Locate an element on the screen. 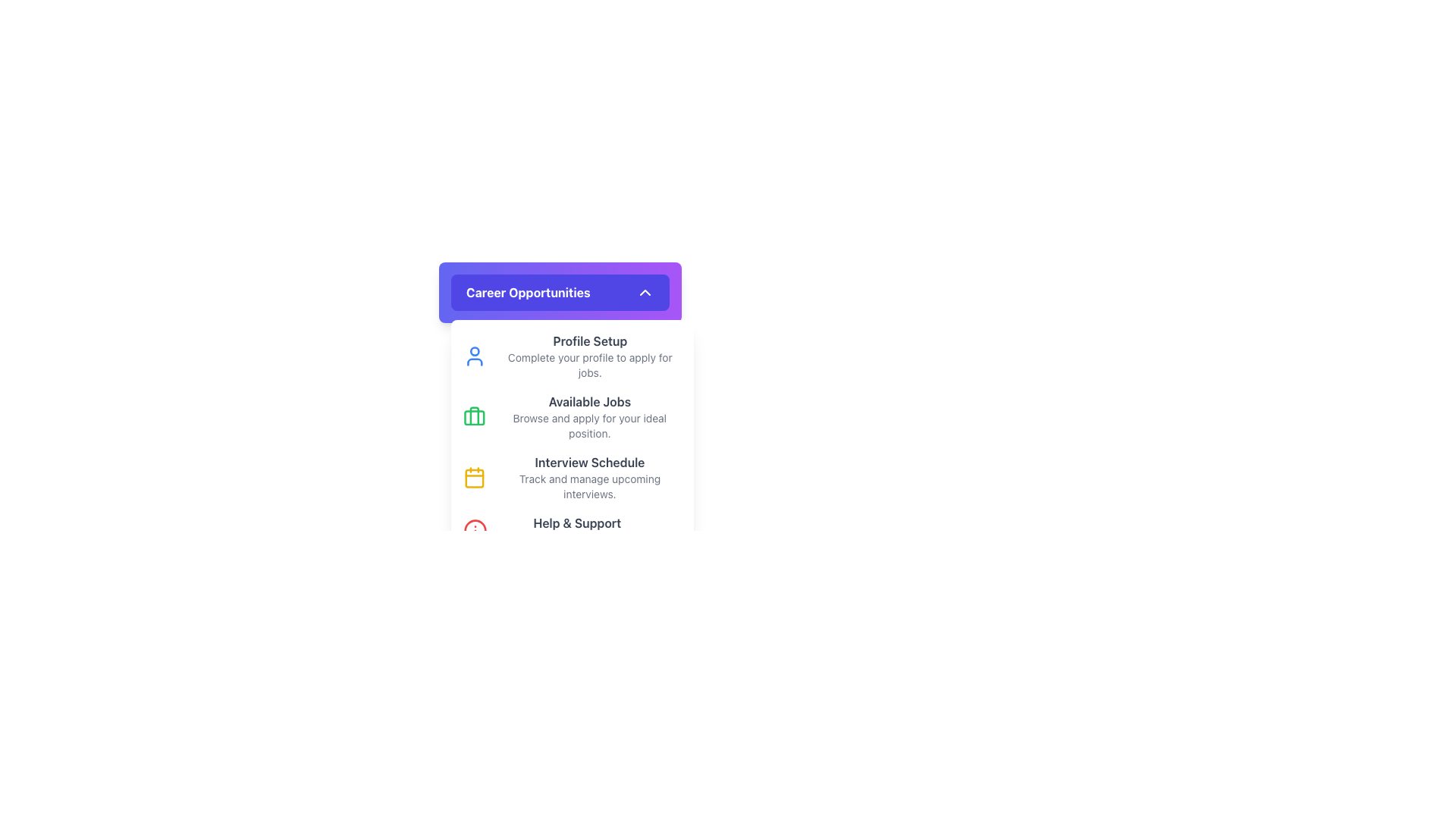  the 'Career Opportunities' dropdown header, which features a gradient background and an upward chevron icon, to trigger a tooltip or highlight effect is located at coordinates (560, 292).